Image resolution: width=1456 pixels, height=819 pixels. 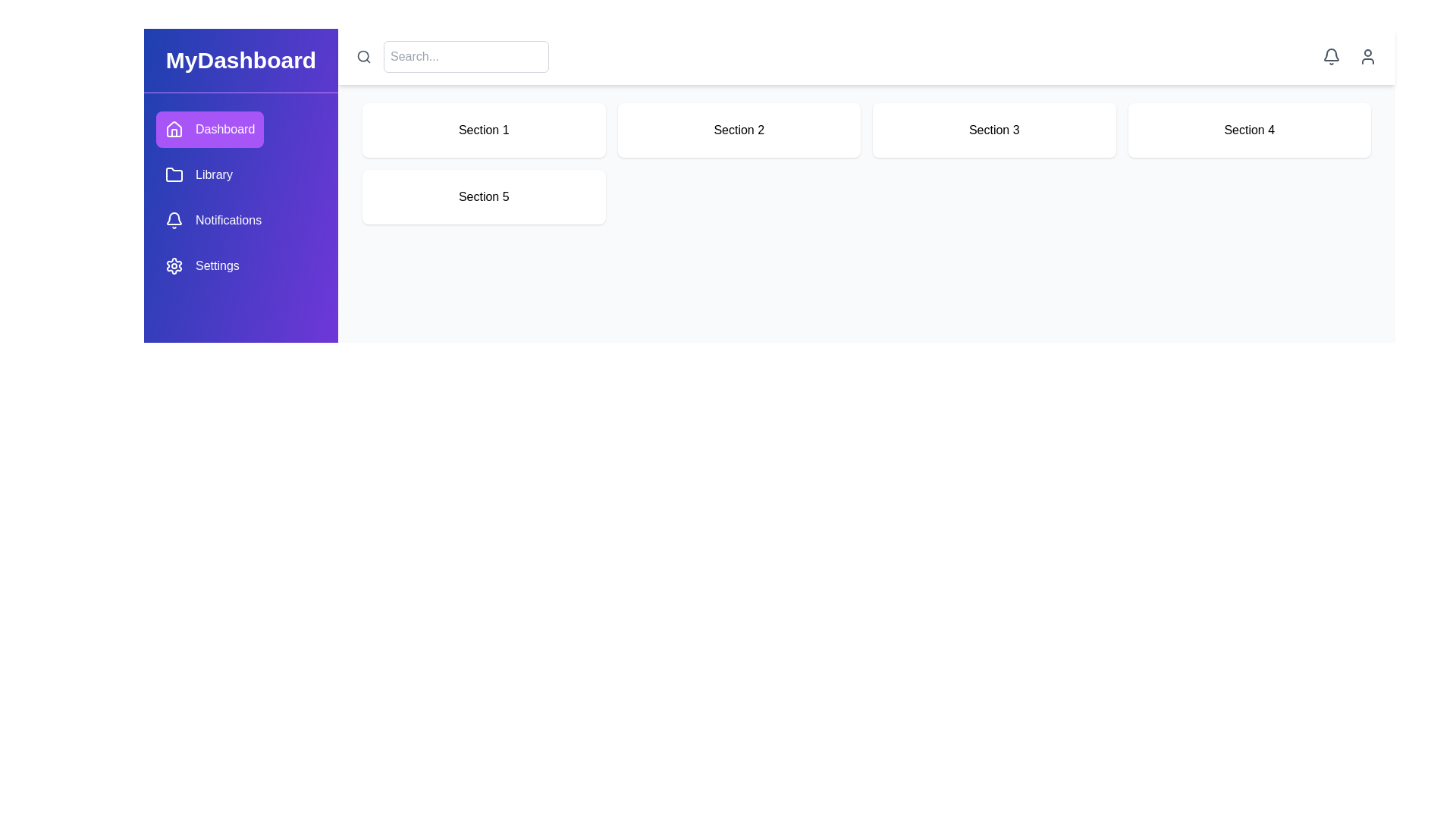 What do you see at coordinates (174, 265) in the screenshot?
I see `the cogwheel icon in the sidebar menu, which is colored with a gradient of blue and purple shades` at bounding box center [174, 265].